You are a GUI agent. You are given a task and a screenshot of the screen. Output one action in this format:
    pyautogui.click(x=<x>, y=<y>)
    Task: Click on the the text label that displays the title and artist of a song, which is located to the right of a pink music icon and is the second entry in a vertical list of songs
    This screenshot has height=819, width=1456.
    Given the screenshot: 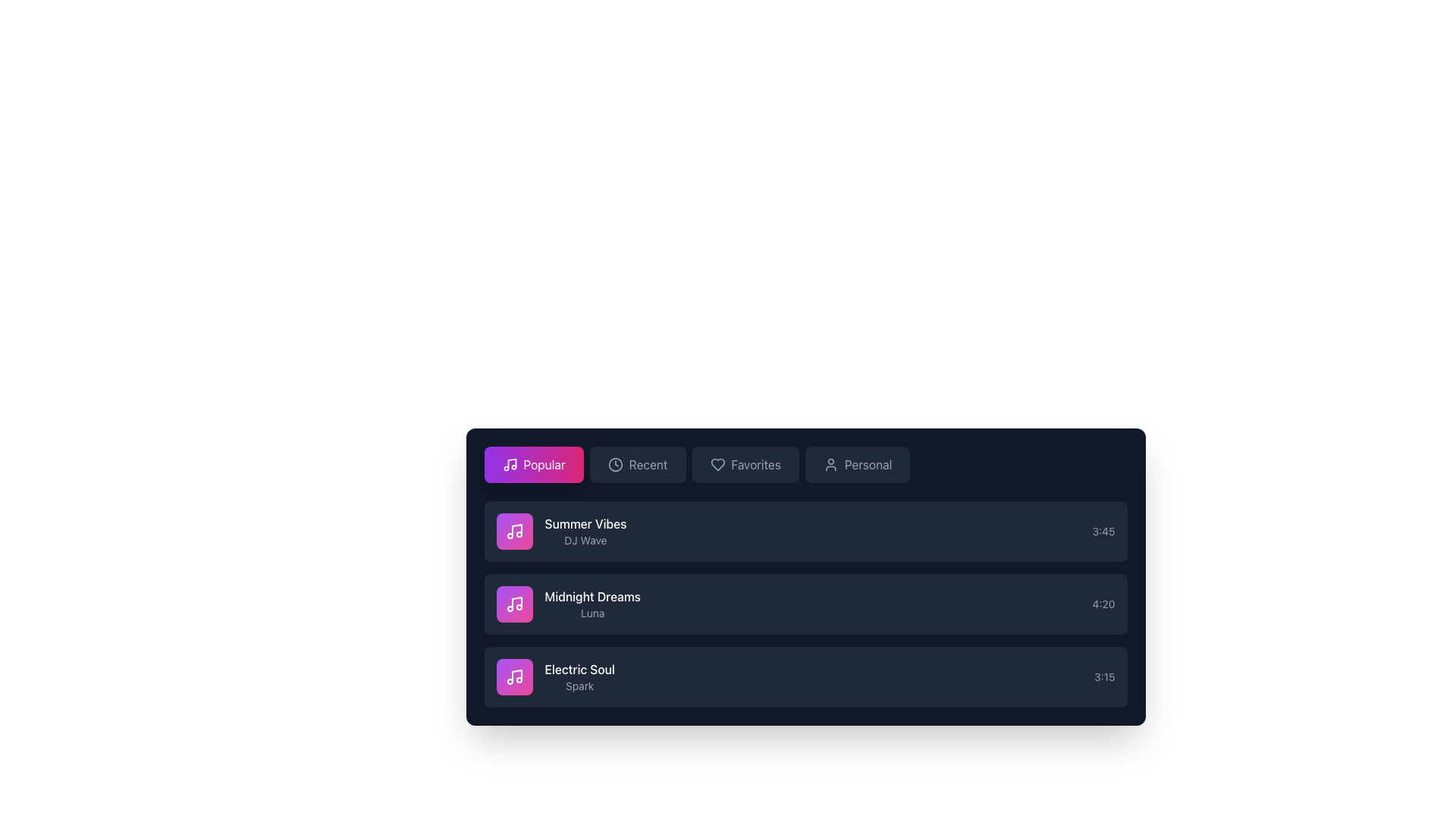 What is the action you would take?
    pyautogui.click(x=591, y=604)
    